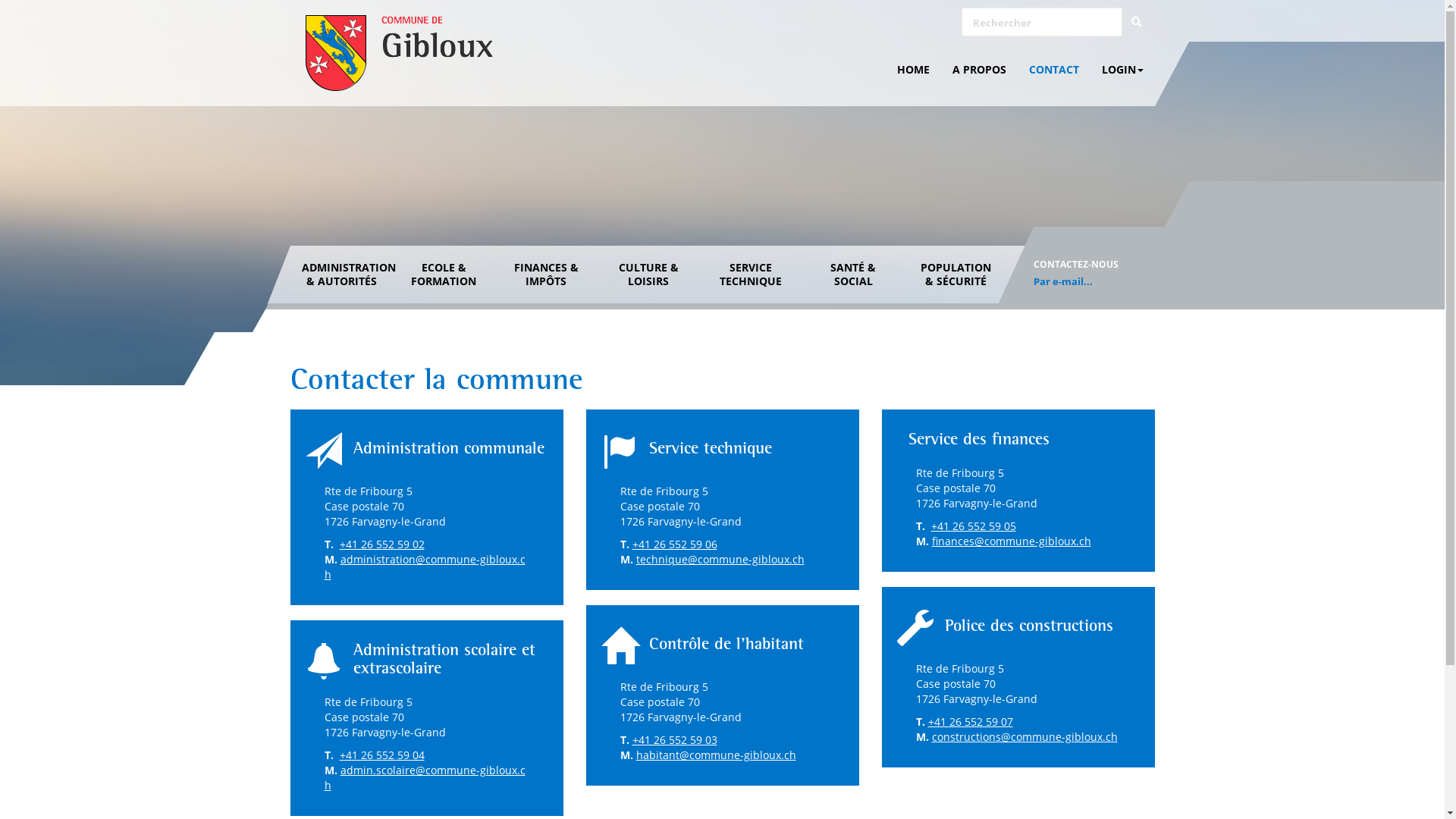 The height and width of the screenshot is (819, 1456). What do you see at coordinates (635, 755) in the screenshot?
I see `'habitant@commune-gibloux.ch'` at bounding box center [635, 755].